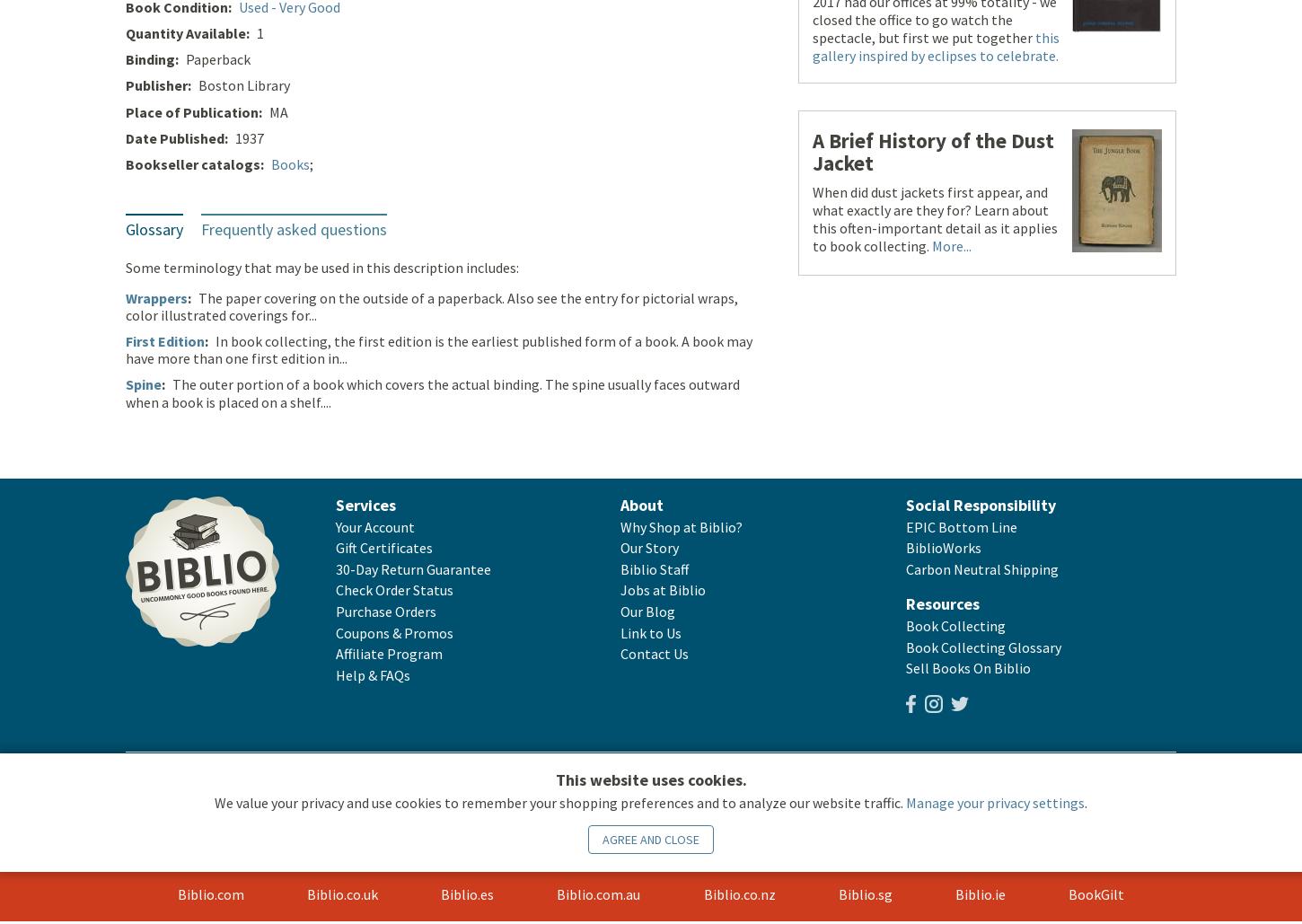  What do you see at coordinates (620, 550) in the screenshot?
I see `'Our Story'` at bounding box center [620, 550].